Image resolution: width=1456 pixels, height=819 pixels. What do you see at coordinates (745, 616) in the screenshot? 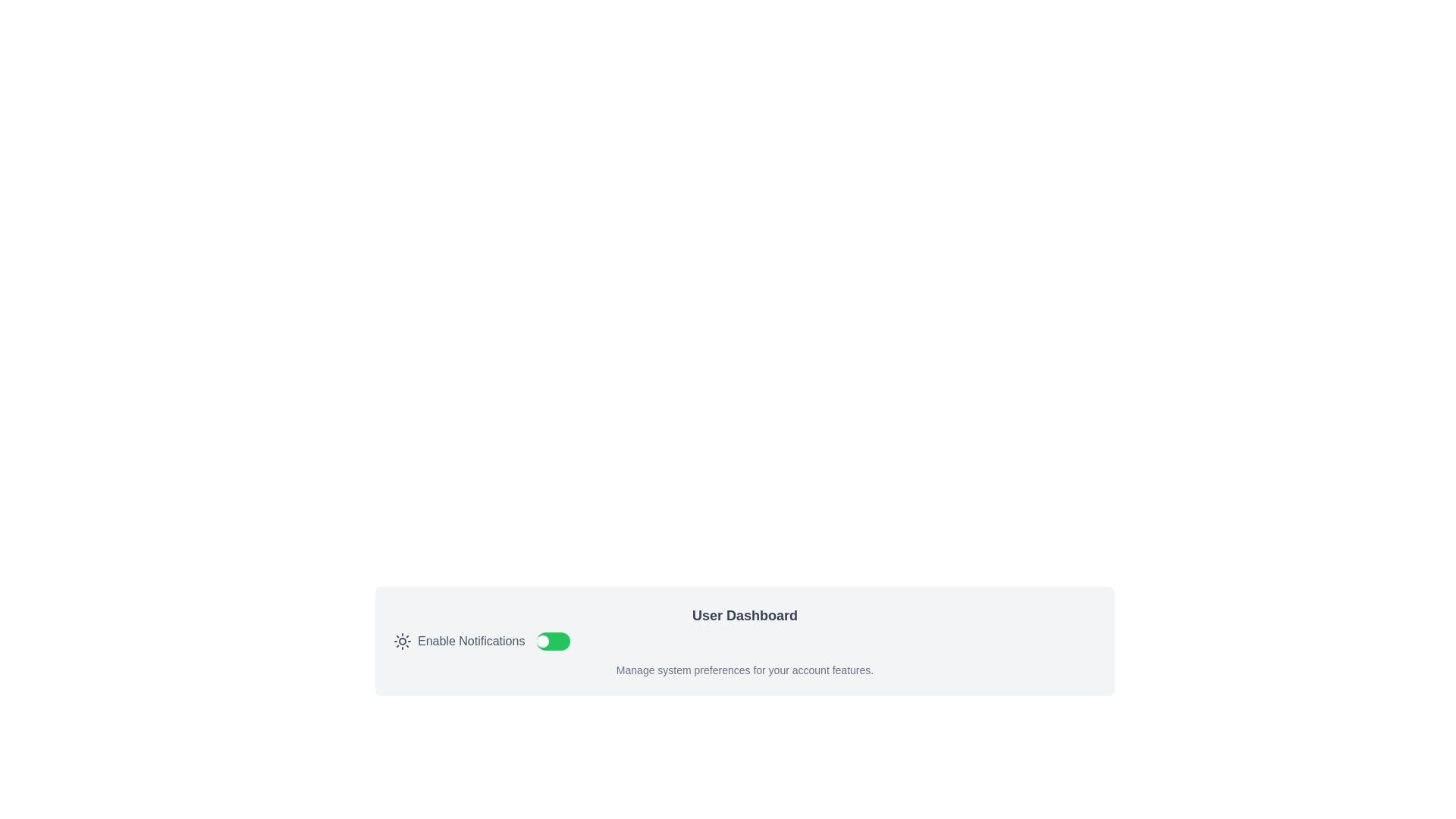
I see `the 'User Dashboard' text label which is a bold, large-sized title displayed at the top of the card section` at bounding box center [745, 616].